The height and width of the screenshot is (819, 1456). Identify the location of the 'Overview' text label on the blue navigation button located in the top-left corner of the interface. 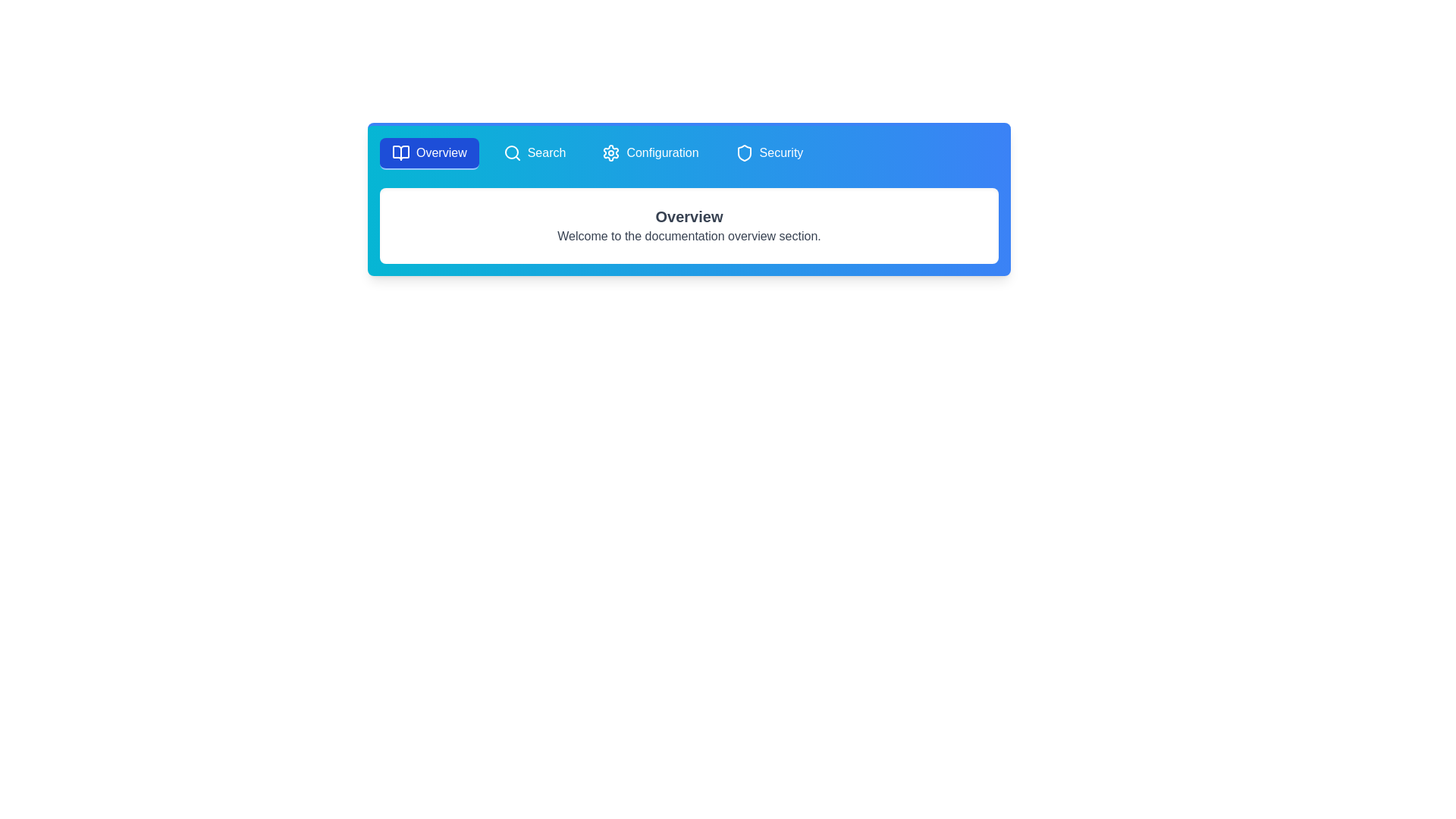
(441, 152).